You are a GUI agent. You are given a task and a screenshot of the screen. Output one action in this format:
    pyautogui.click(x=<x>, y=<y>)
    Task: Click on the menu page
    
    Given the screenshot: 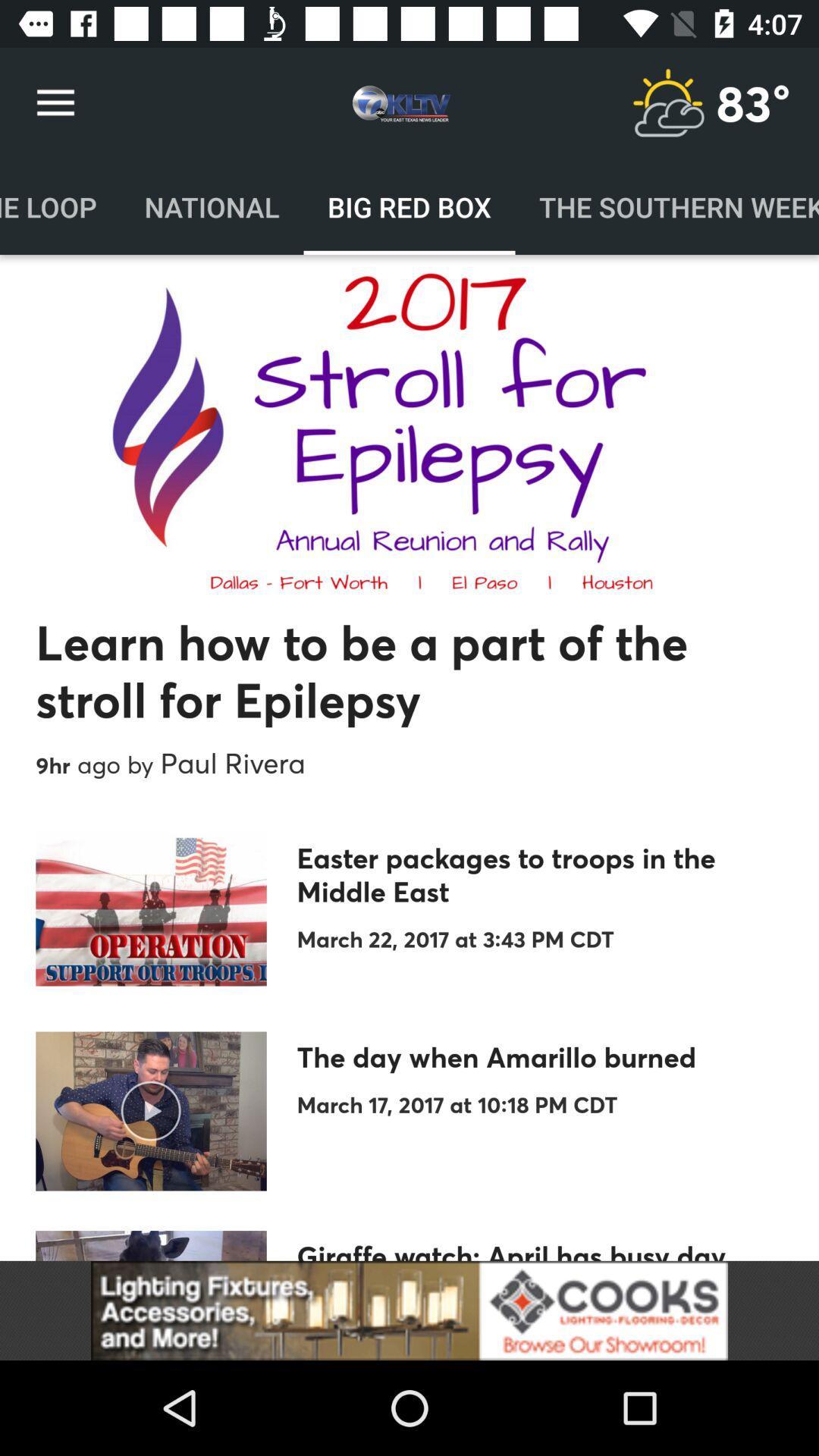 What is the action you would take?
    pyautogui.click(x=667, y=102)
    